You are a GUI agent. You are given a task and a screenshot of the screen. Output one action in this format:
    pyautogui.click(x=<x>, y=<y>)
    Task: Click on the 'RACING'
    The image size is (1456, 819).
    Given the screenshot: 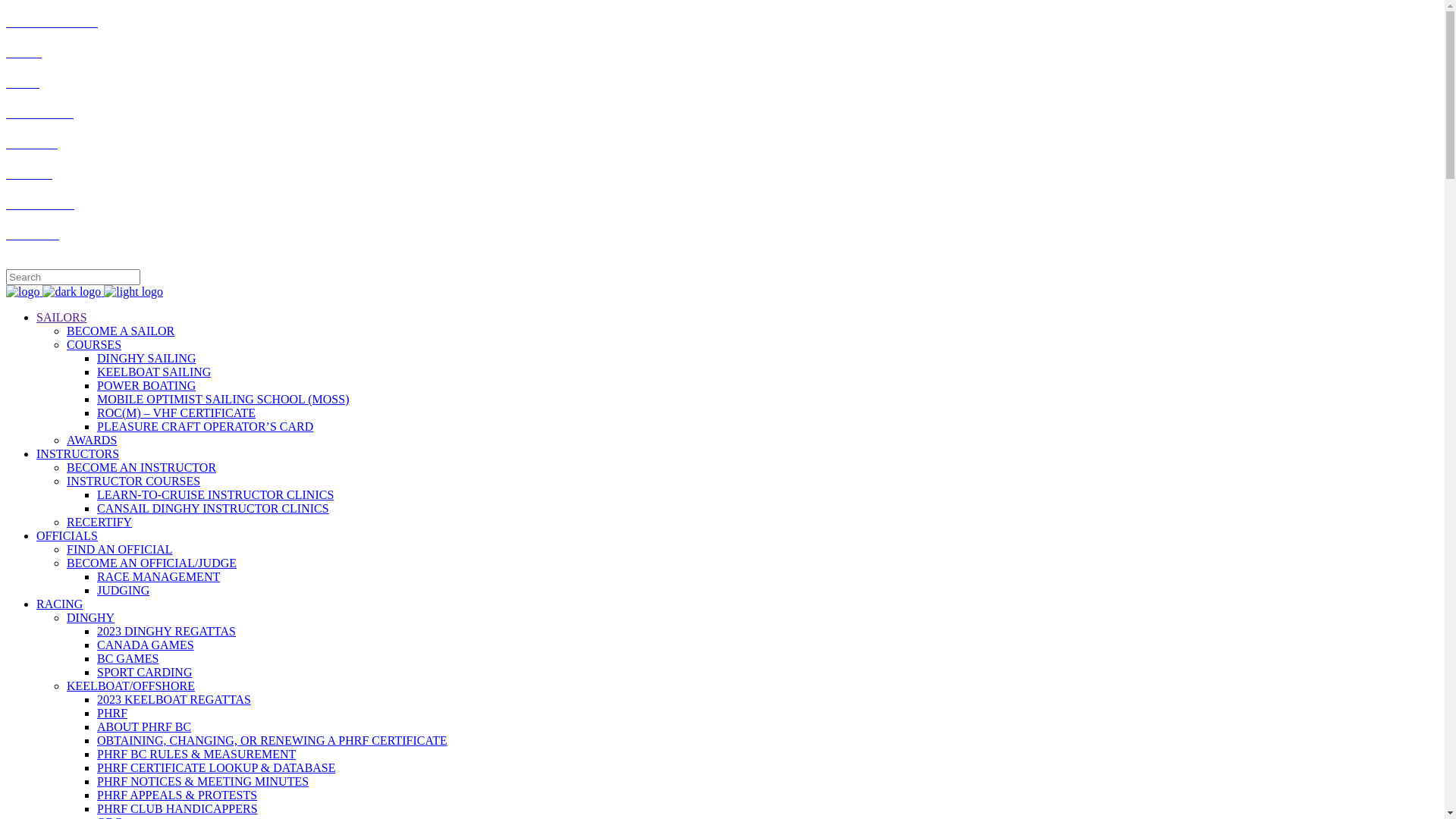 What is the action you would take?
    pyautogui.click(x=59, y=603)
    